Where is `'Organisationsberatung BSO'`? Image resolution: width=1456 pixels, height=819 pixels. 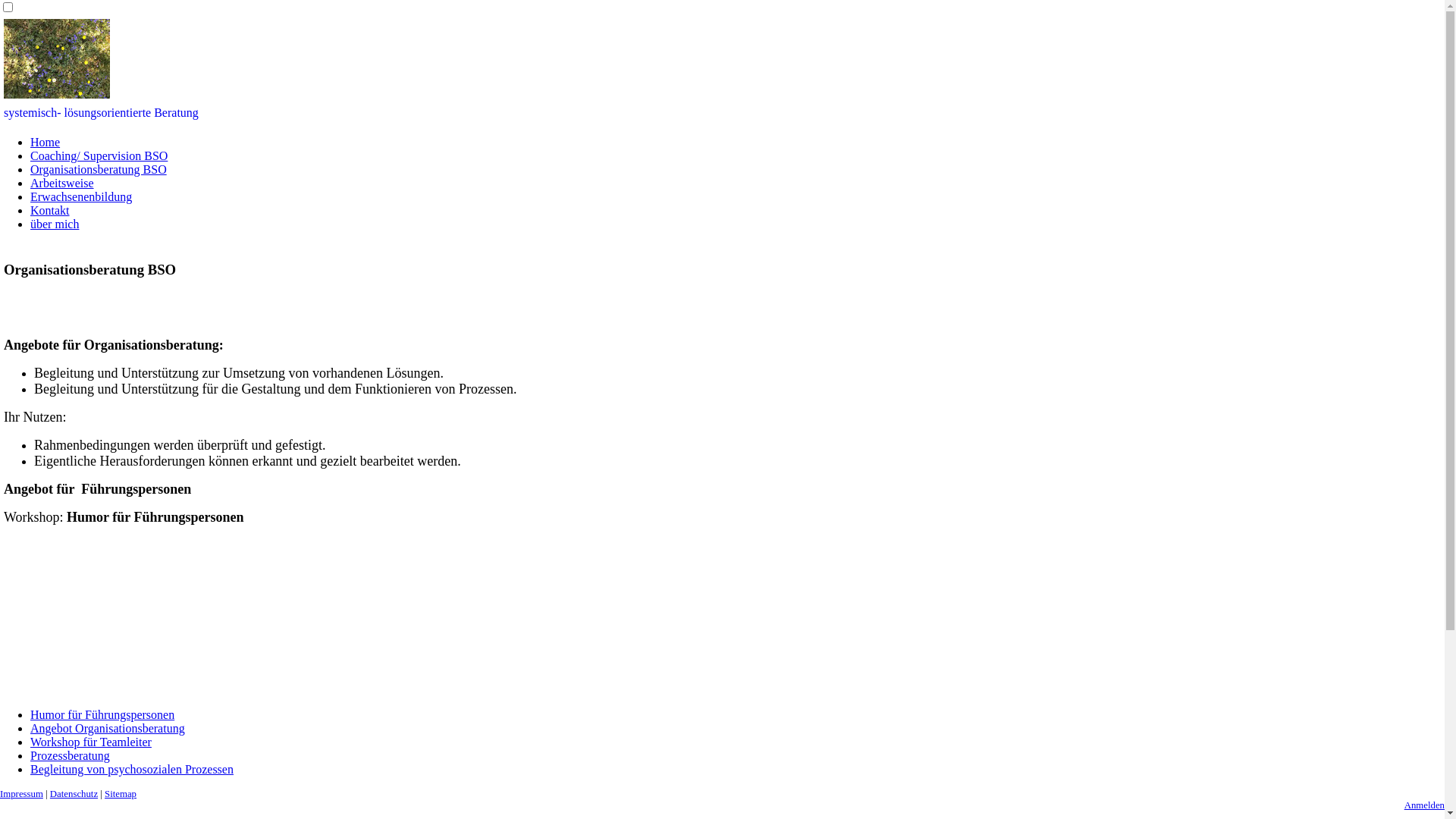 'Organisationsberatung BSO' is located at coordinates (97, 169).